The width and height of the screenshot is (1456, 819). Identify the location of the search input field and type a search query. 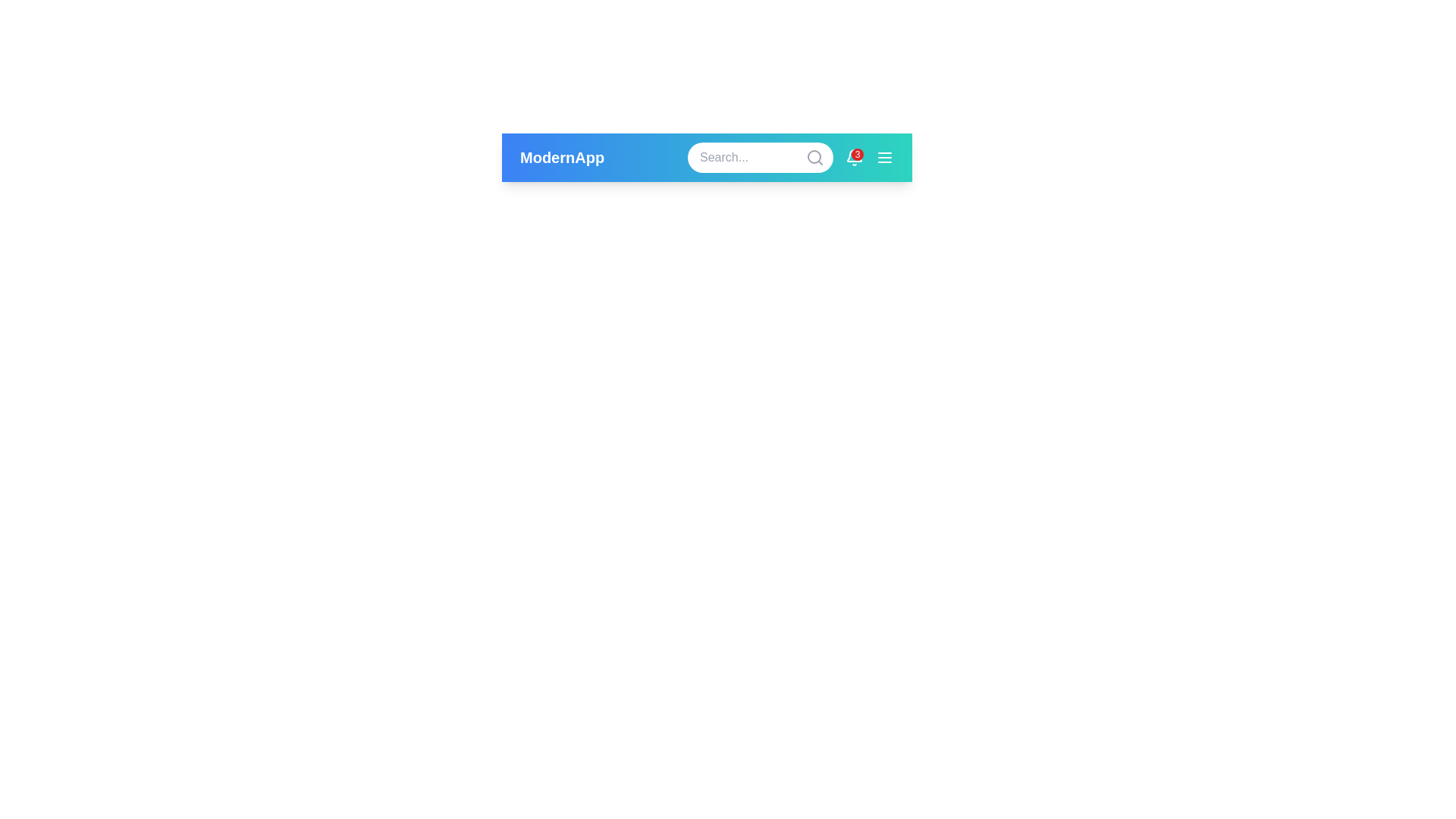
(761, 158).